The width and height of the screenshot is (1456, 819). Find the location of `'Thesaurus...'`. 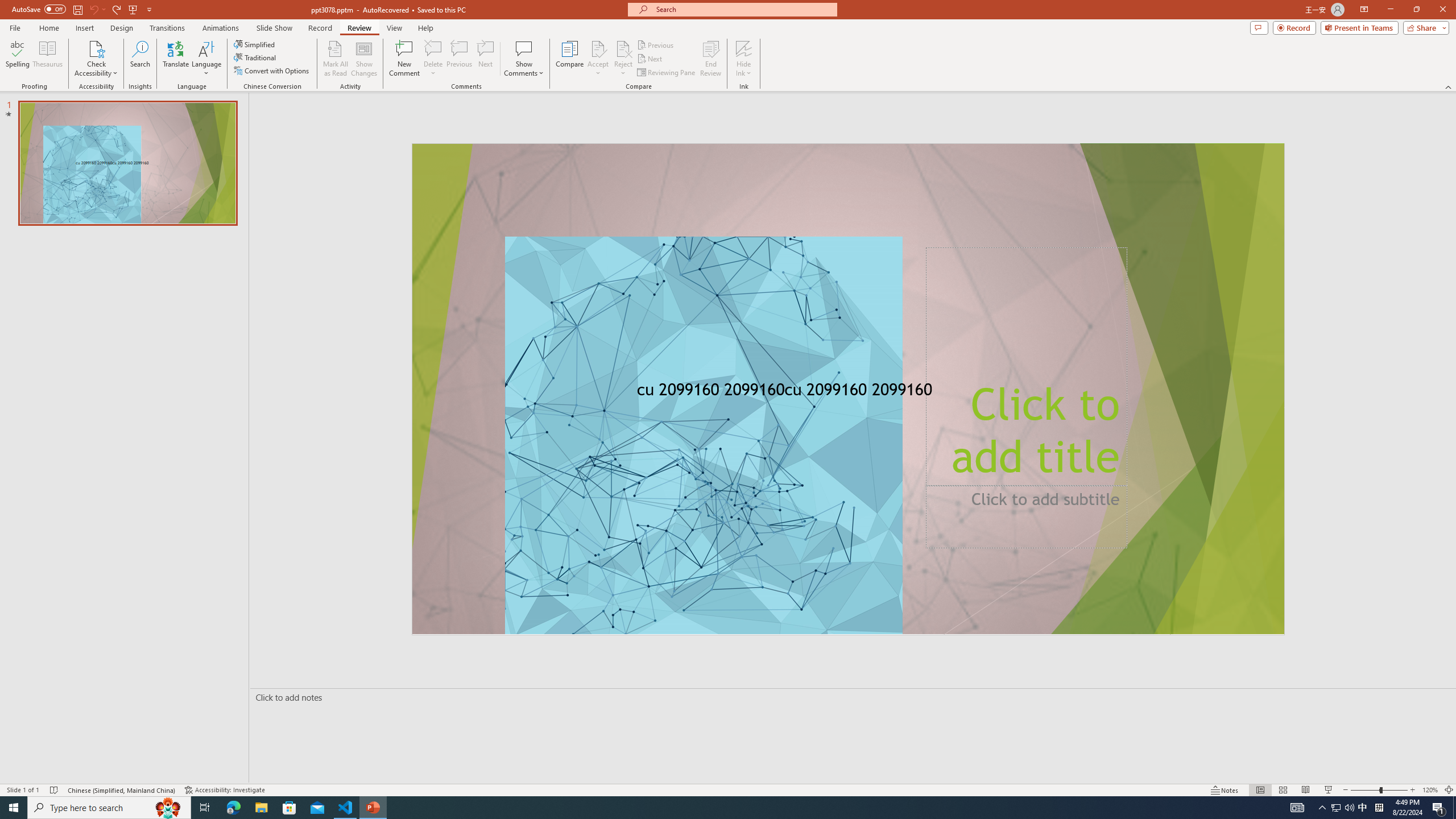

'Thesaurus...' is located at coordinates (47, 59).